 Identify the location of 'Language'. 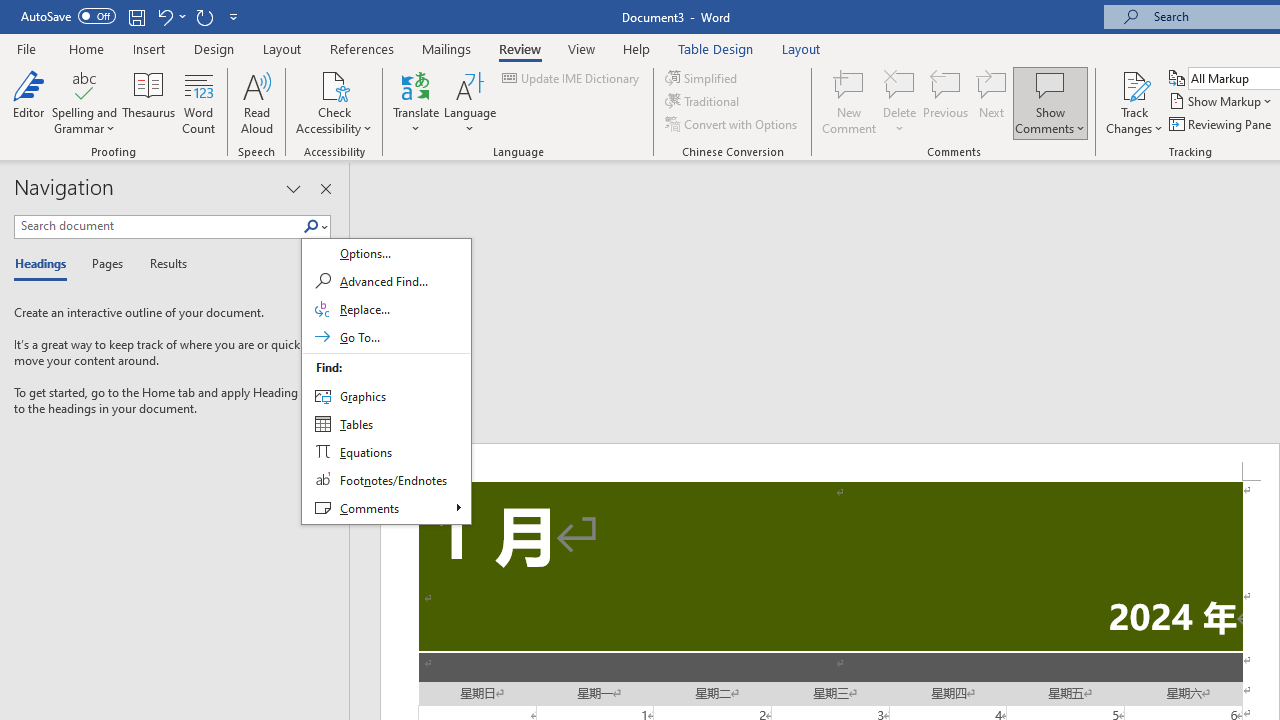
(469, 103).